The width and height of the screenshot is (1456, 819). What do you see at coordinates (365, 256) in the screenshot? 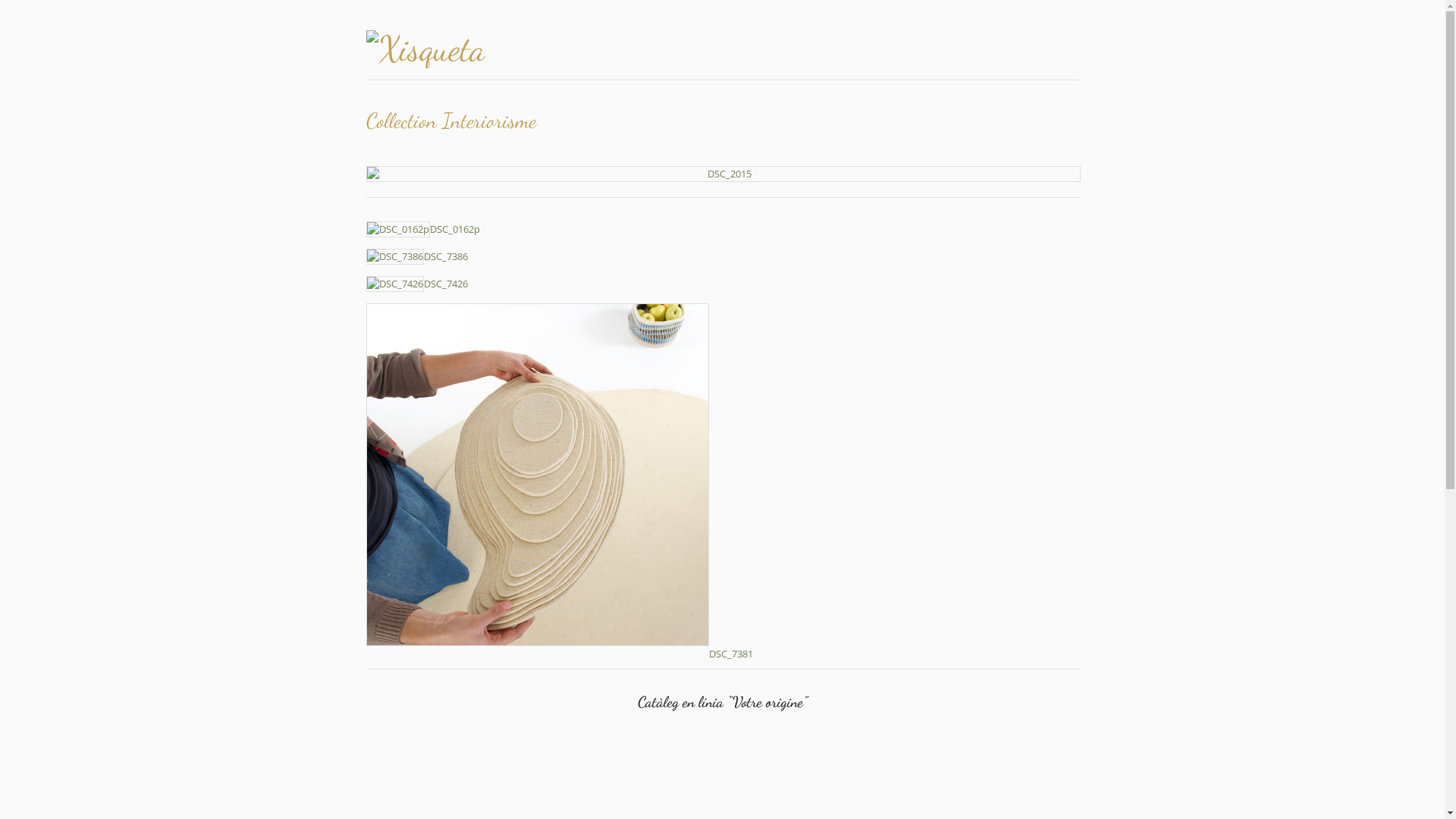
I see `'DSC_7386'` at bounding box center [365, 256].